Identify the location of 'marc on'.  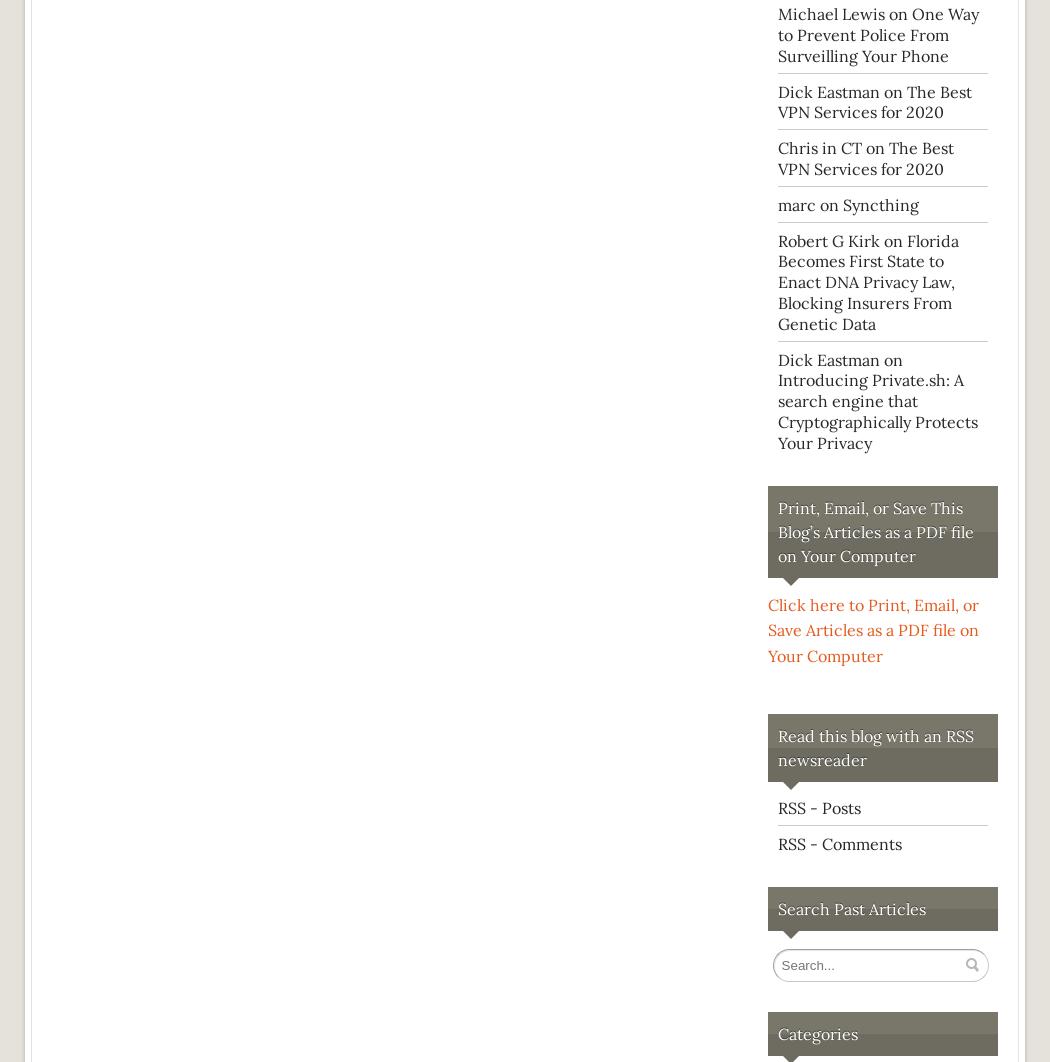
(809, 204).